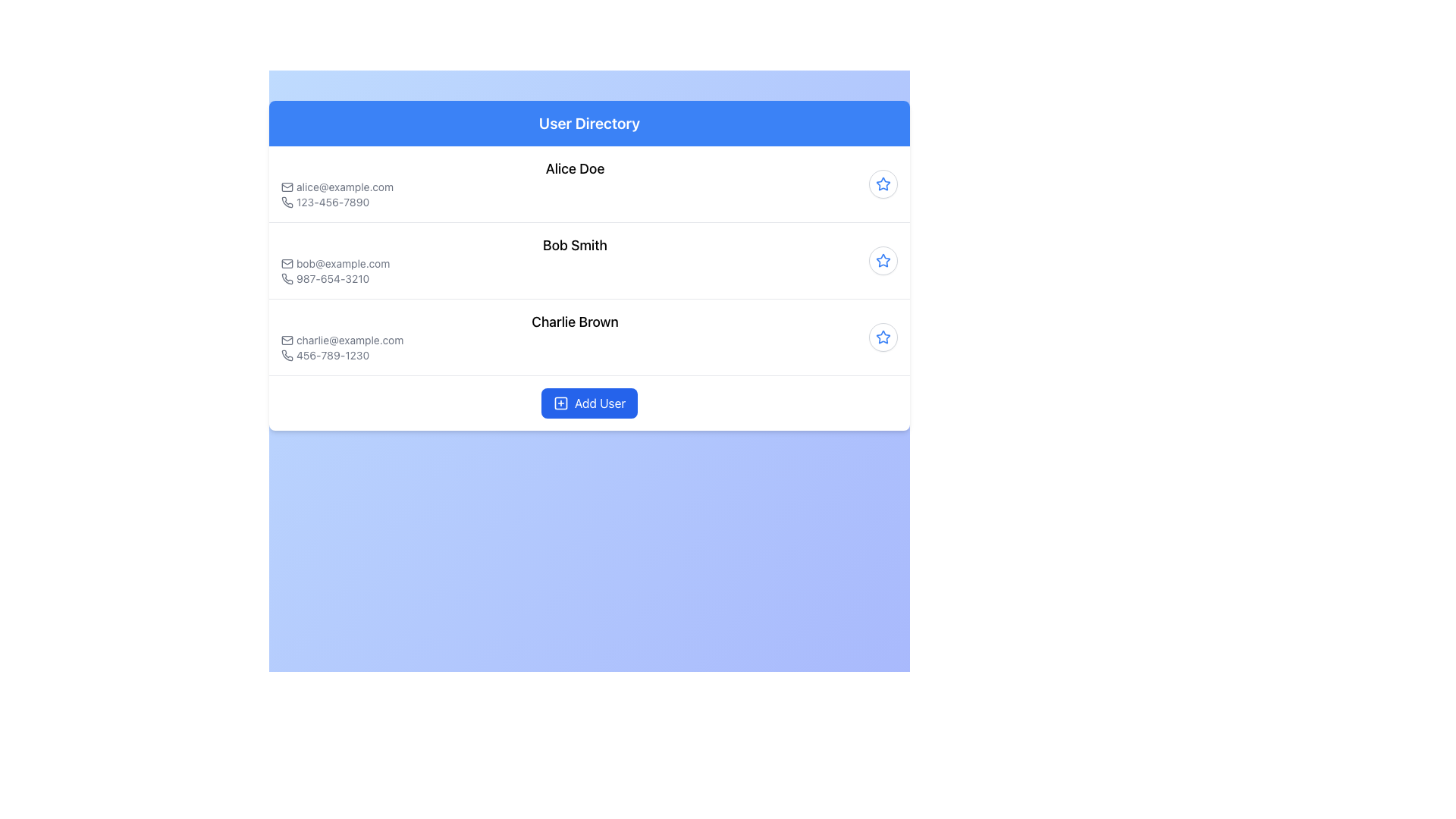 The image size is (1456, 819). What do you see at coordinates (574, 169) in the screenshot?
I see `the Text display header that shows 'Alice Doe', which is styled with a large bold font and serves as the title for the user information` at bounding box center [574, 169].